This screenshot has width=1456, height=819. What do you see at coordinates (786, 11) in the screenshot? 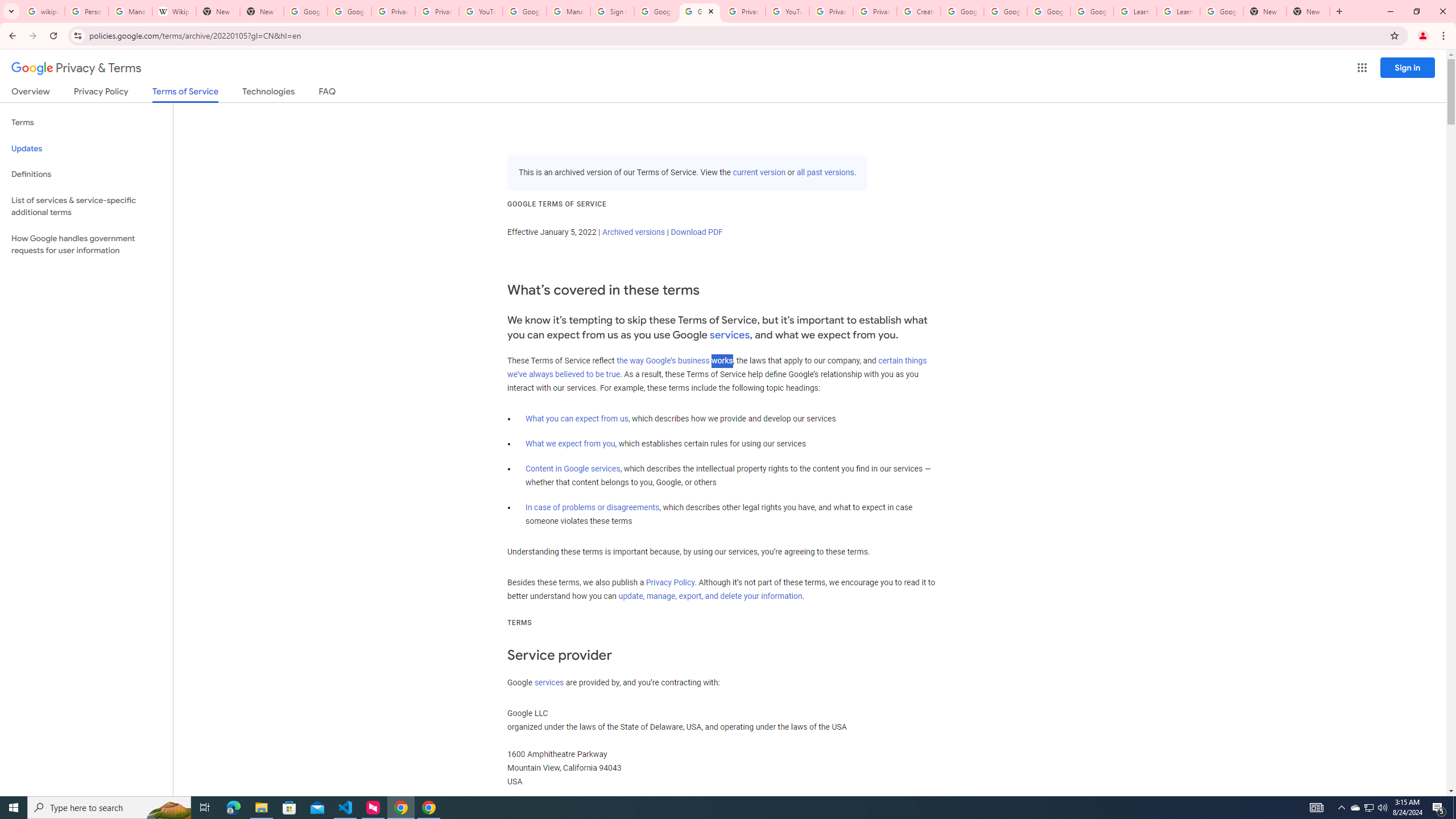
I see `'YouTube'` at bounding box center [786, 11].